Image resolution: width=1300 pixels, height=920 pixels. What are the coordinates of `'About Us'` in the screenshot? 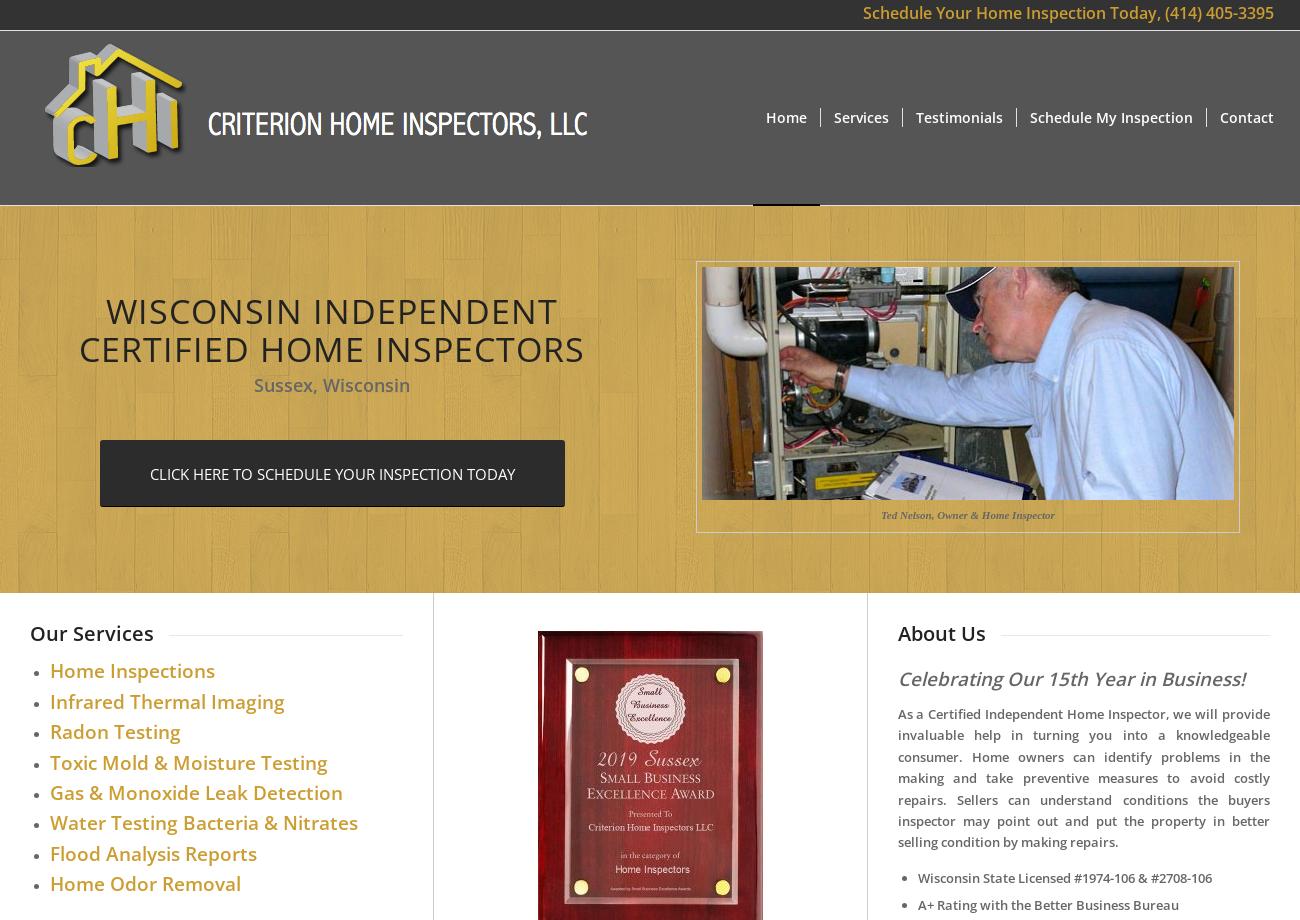 It's located at (940, 631).